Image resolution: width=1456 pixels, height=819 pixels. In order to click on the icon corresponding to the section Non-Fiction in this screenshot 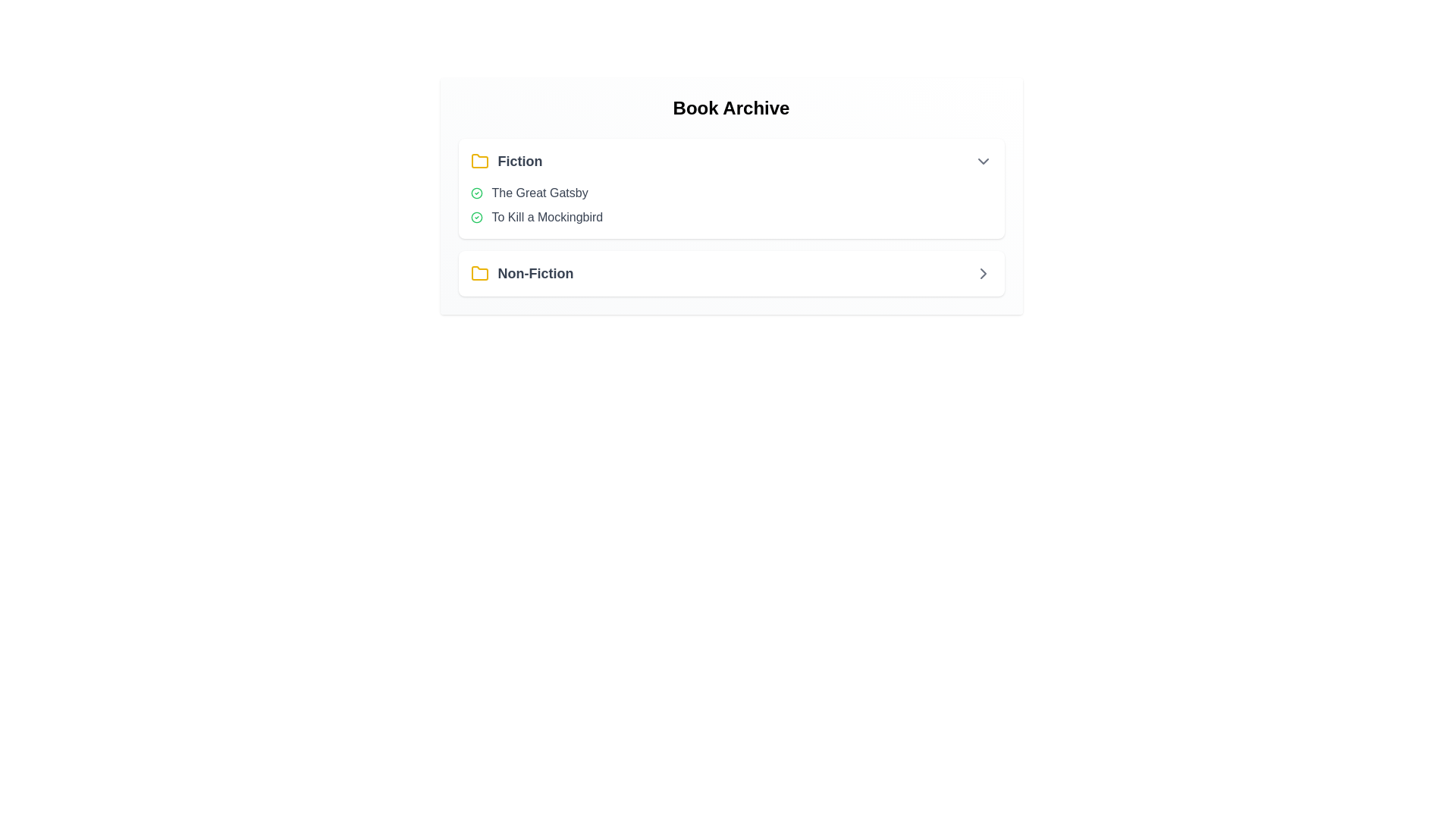, I will do `click(479, 274)`.